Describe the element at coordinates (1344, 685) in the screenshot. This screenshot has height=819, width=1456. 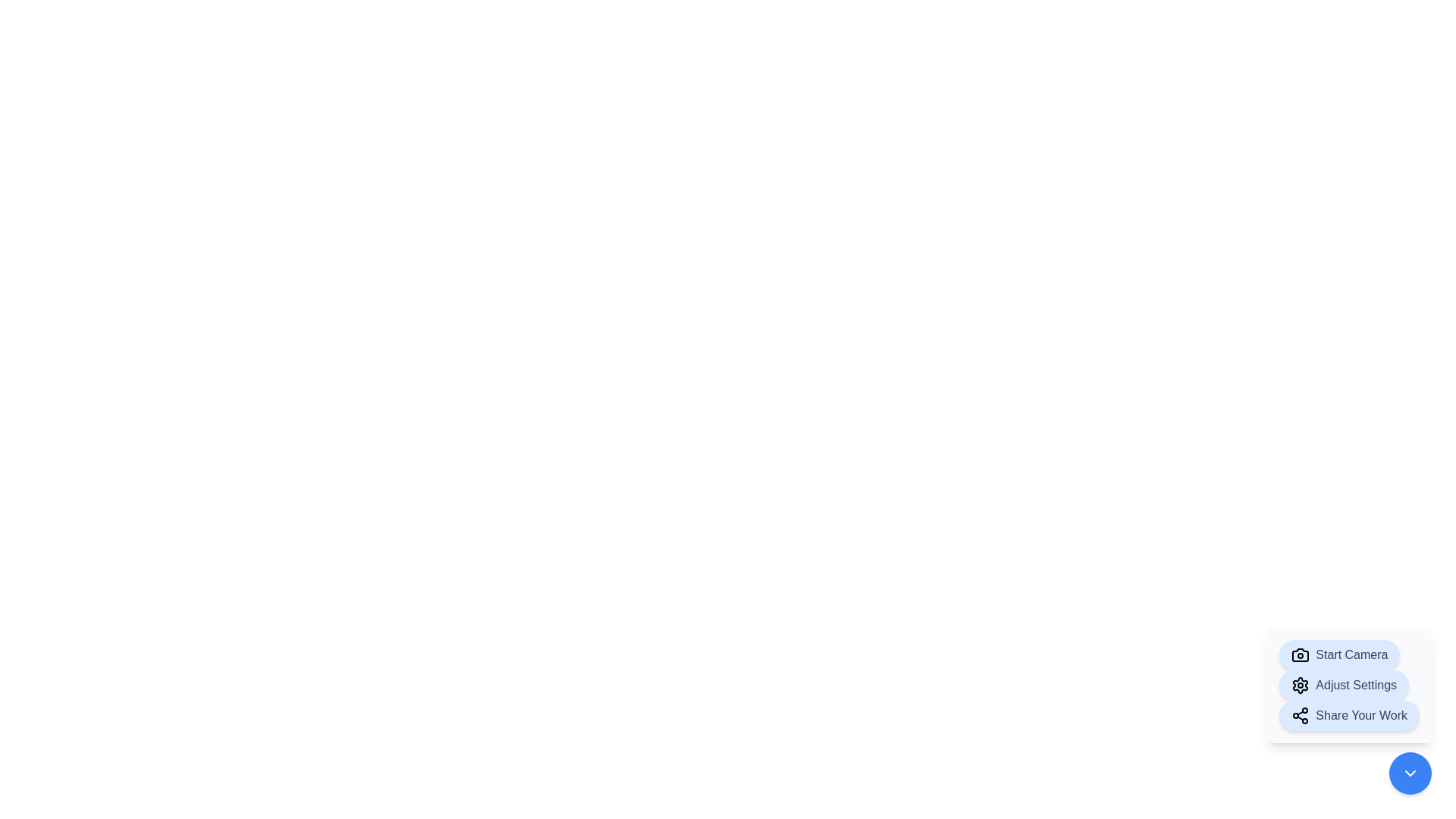
I see `the second pill-shaped button with a soft blue background and 'Adjust Settings' text` at that location.